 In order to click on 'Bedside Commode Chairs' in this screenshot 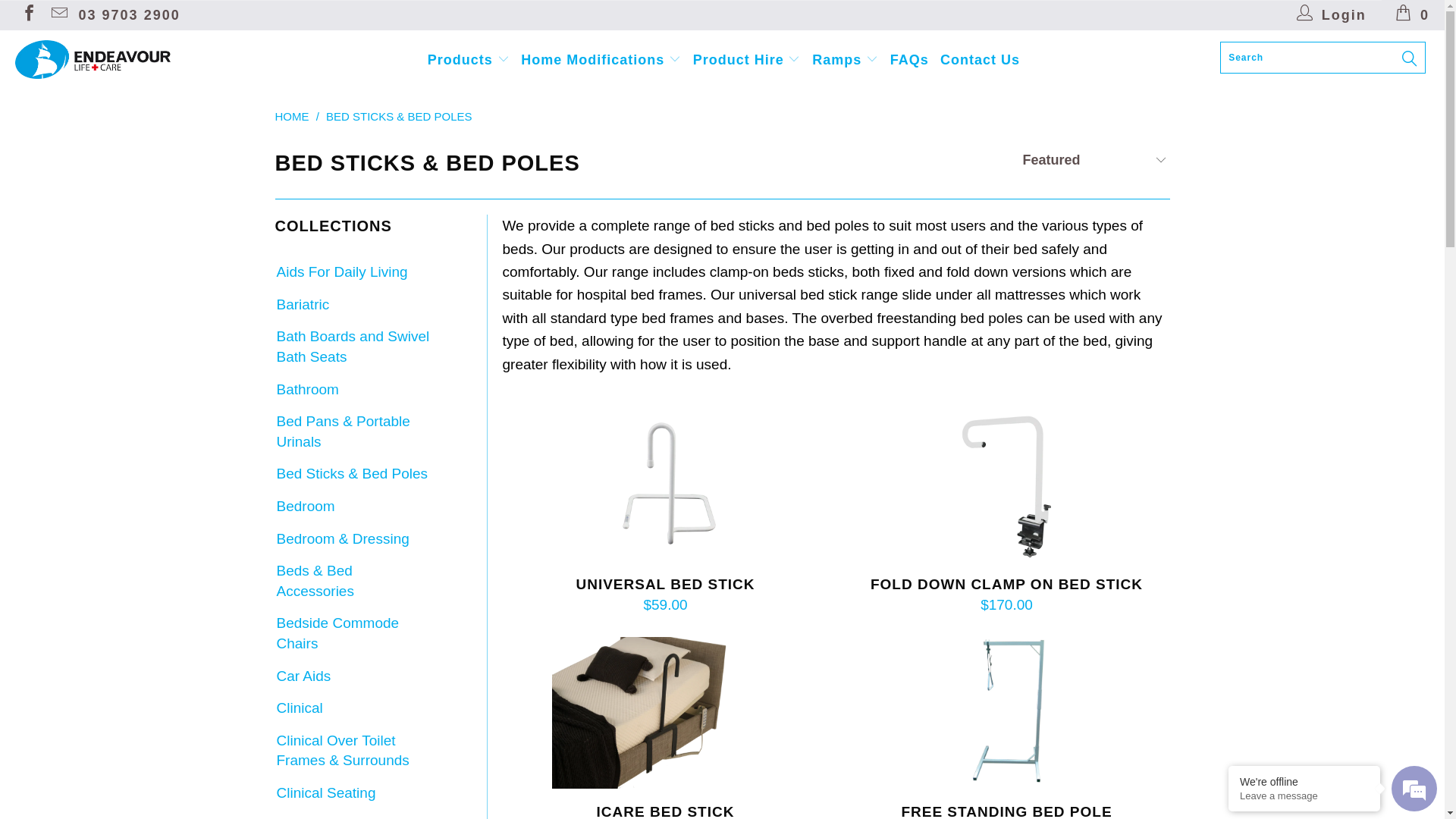, I will do `click(352, 633)`.